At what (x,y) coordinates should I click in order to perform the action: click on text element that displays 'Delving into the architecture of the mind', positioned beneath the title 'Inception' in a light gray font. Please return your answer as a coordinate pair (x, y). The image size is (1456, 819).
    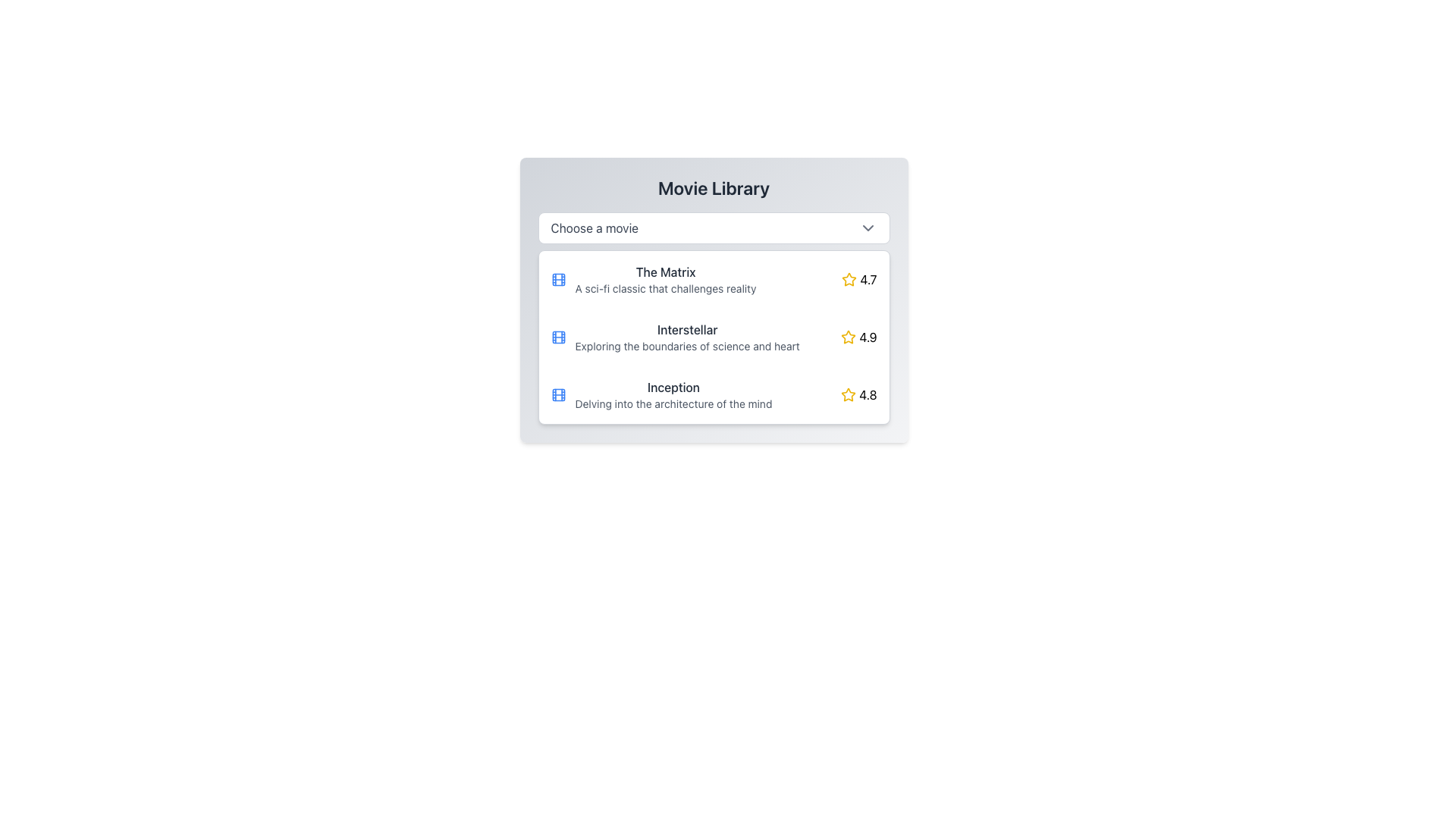
    Looking at the image, I should click on (673, 403).